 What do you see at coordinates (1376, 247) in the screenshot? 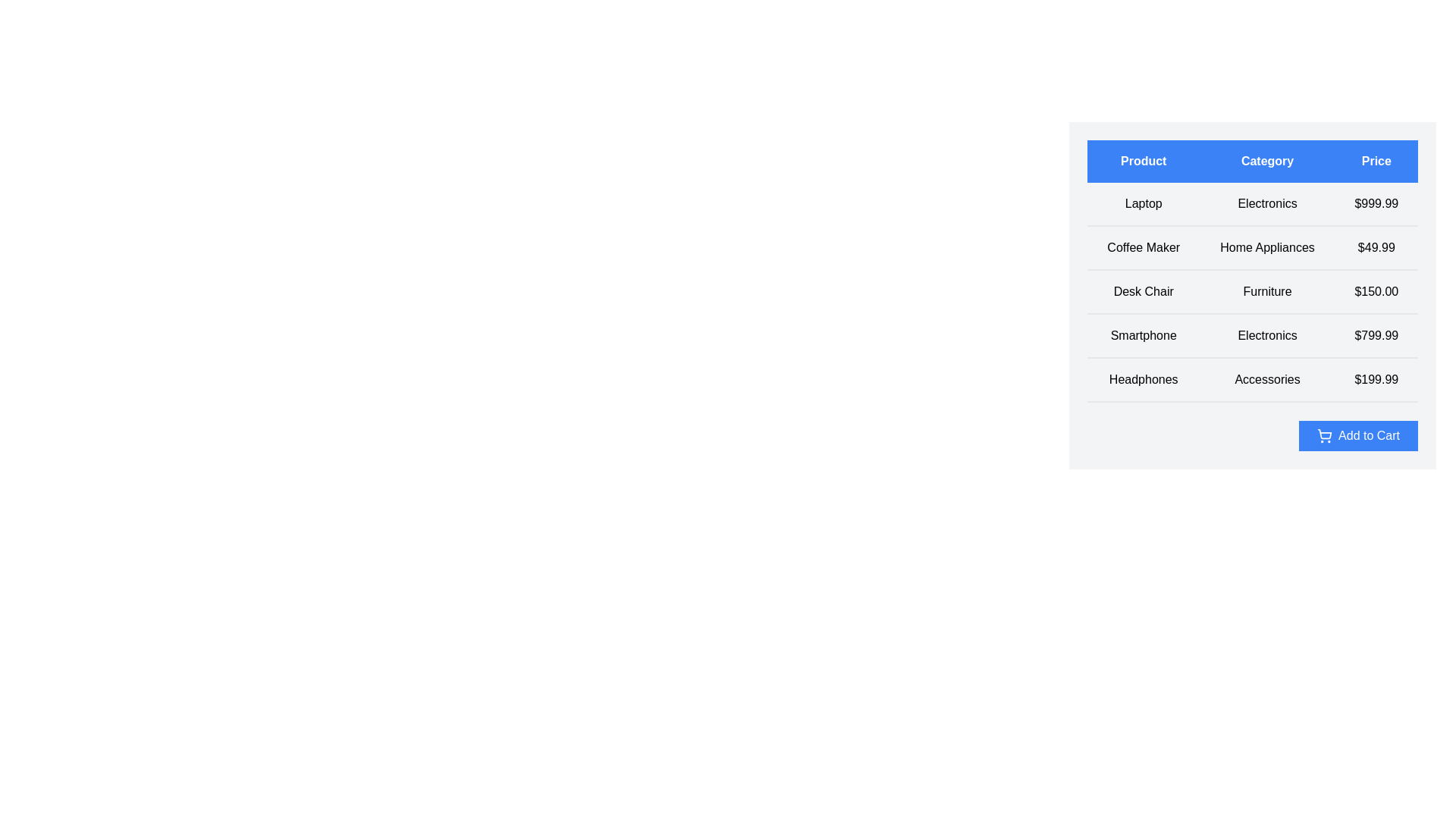
I see `the price text label displaying the cost of the product 'Coffee Maker' located in the third column of the second row in the table` at bounding box center [1376, 247].